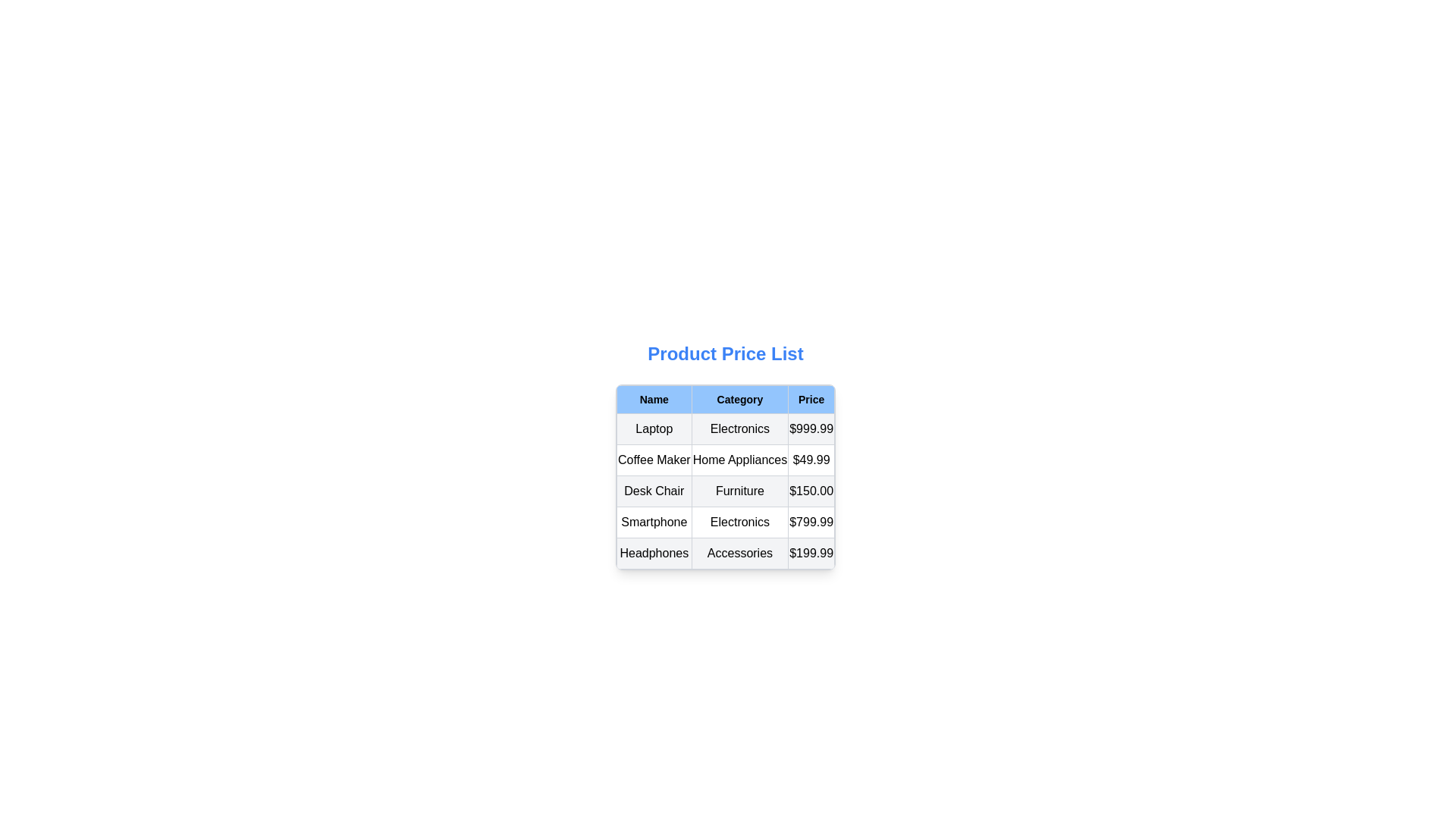 Image resolution: width=1456 pixels, height=819 pixels. What do you see at coordinates (811, 491) in the screenshot?
I see `the table cell displaying the price '$150.00' for the 'Desk Chair' item, located in the bottom-right corner of the third row under the 'Price' column` at bounding box center [811, 491].